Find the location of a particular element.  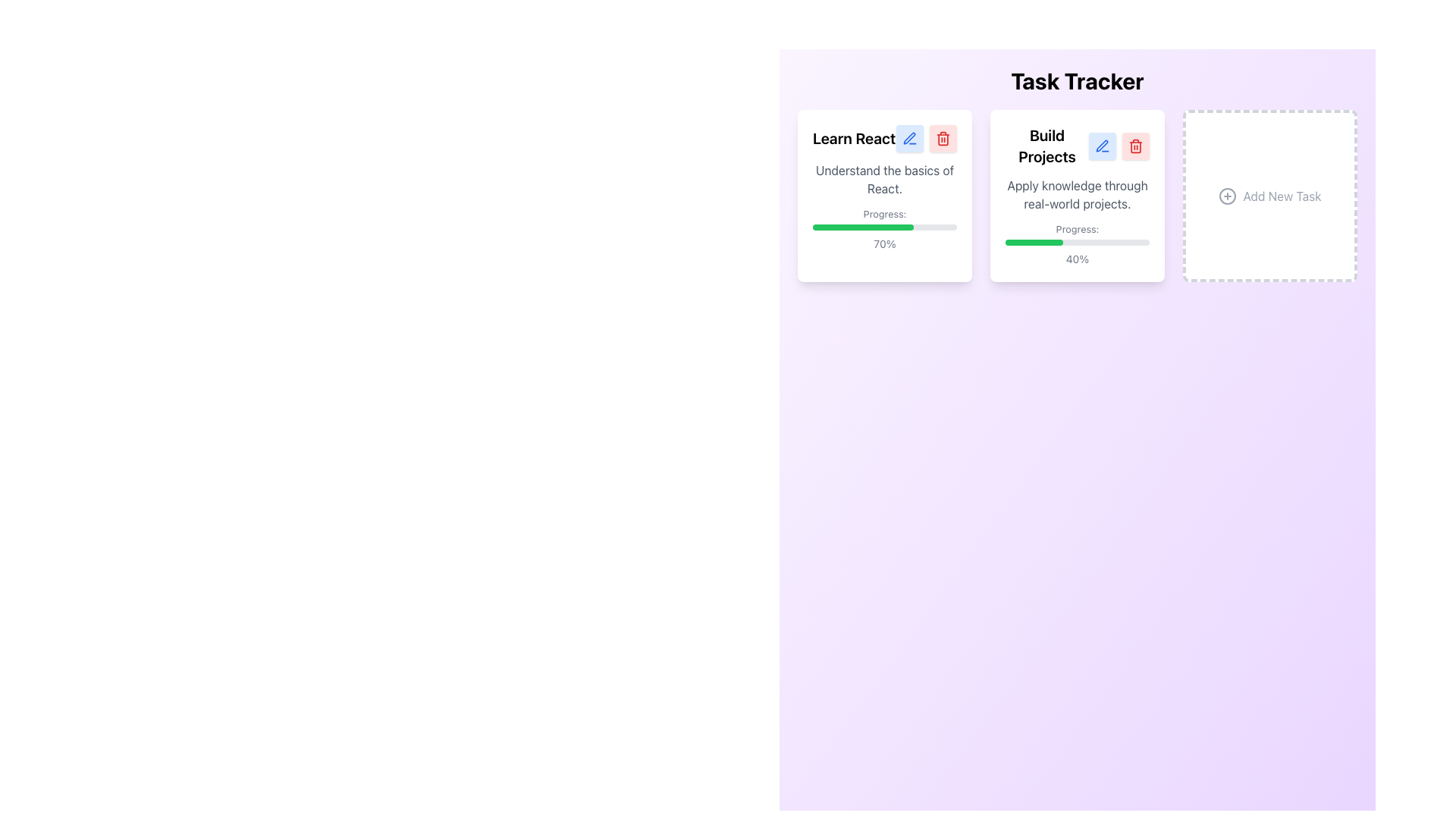

the Card Component that displays an activity or task summary, positioned centrally in a grid layout as the second card between 'Learn React' and 'Add New Task' is located at coordinates (1076, 195).